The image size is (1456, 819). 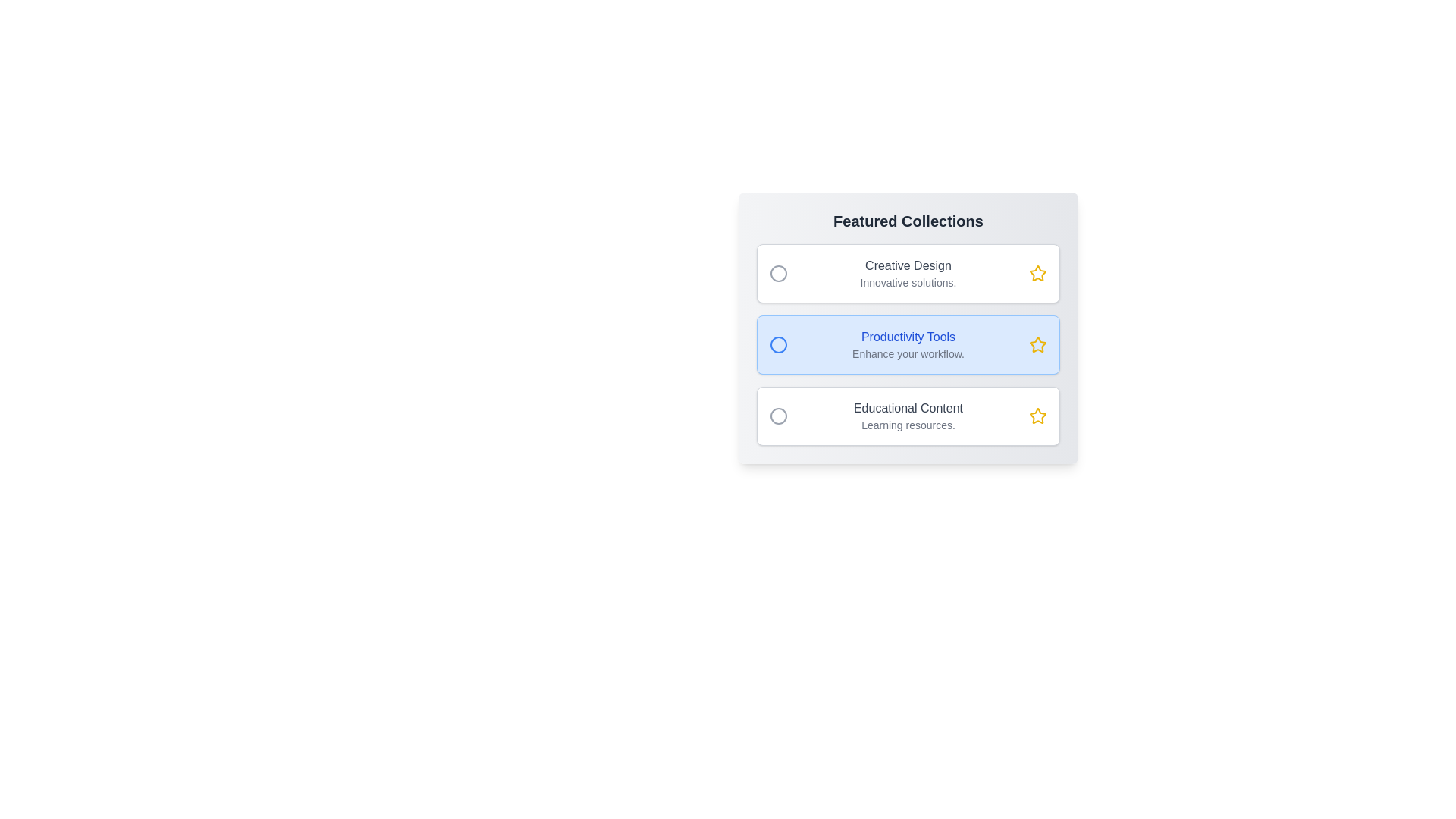 What do you see at coordinates (908, 345) in the screenshot?
I see `the item Productivity Tools in the gallery` at bounding box center [908, 345].